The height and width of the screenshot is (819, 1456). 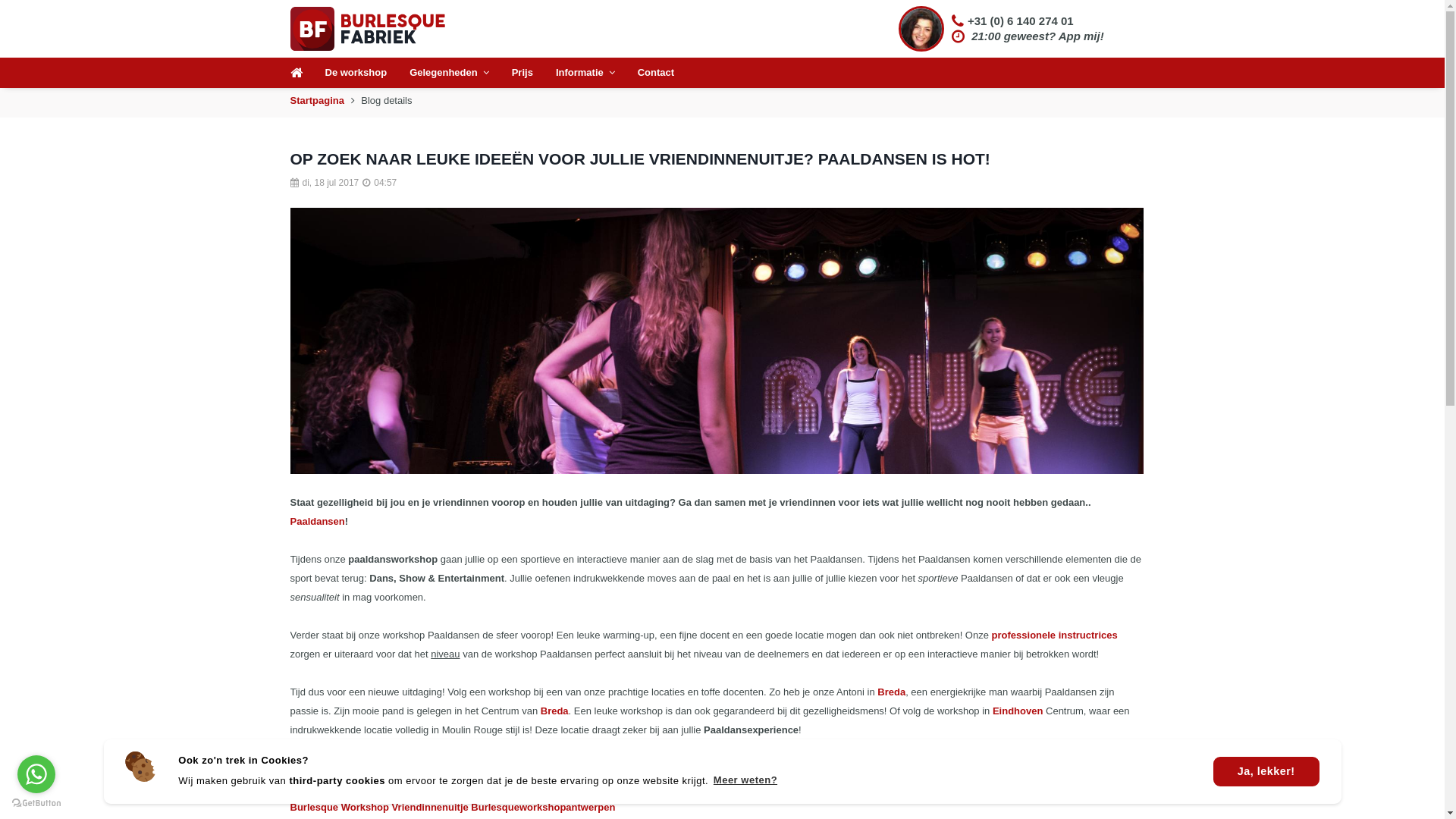 I want to click on 'Meer weten?', so click(x=745, y=780).